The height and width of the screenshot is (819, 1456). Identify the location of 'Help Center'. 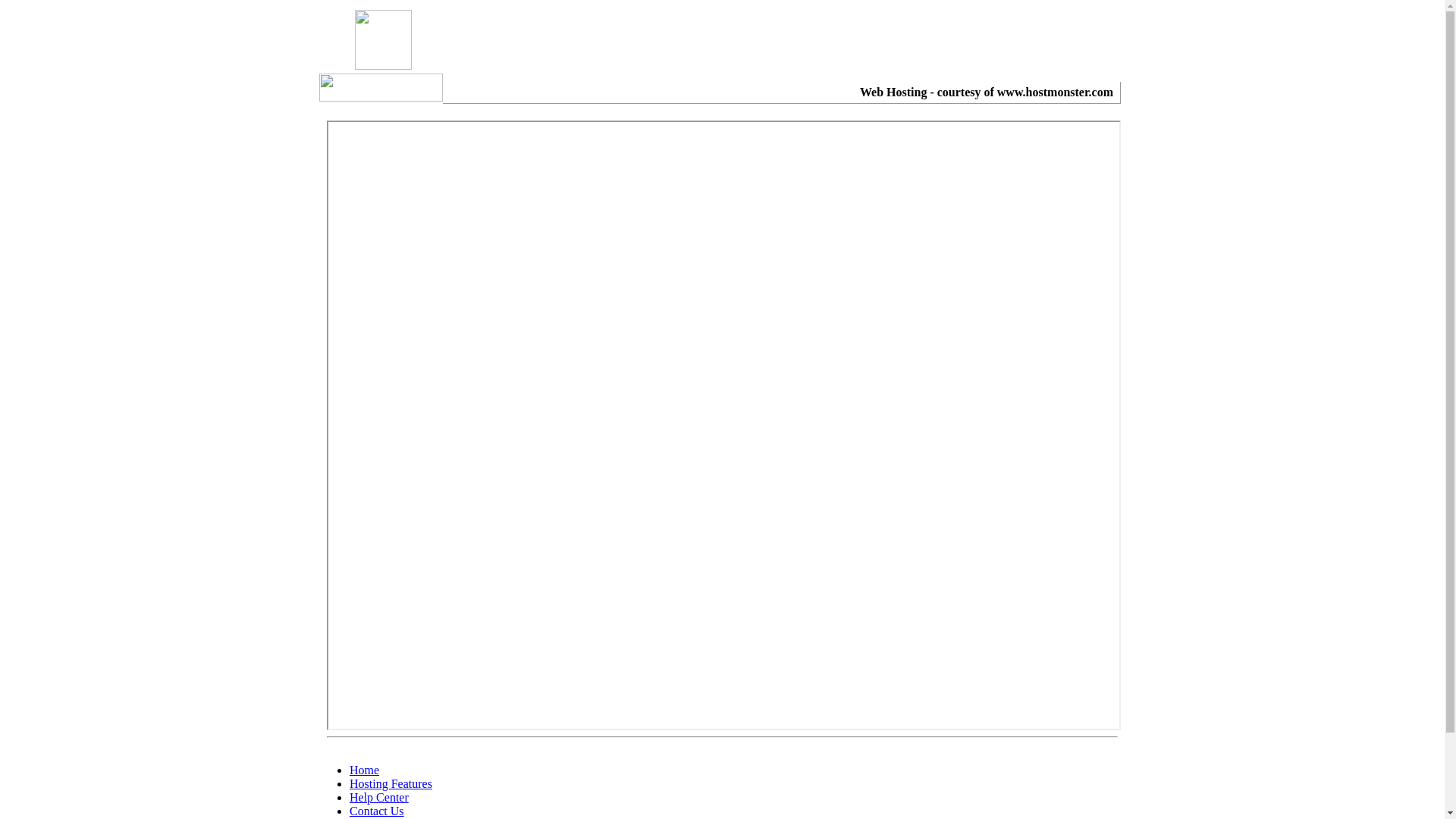
(378, 796).